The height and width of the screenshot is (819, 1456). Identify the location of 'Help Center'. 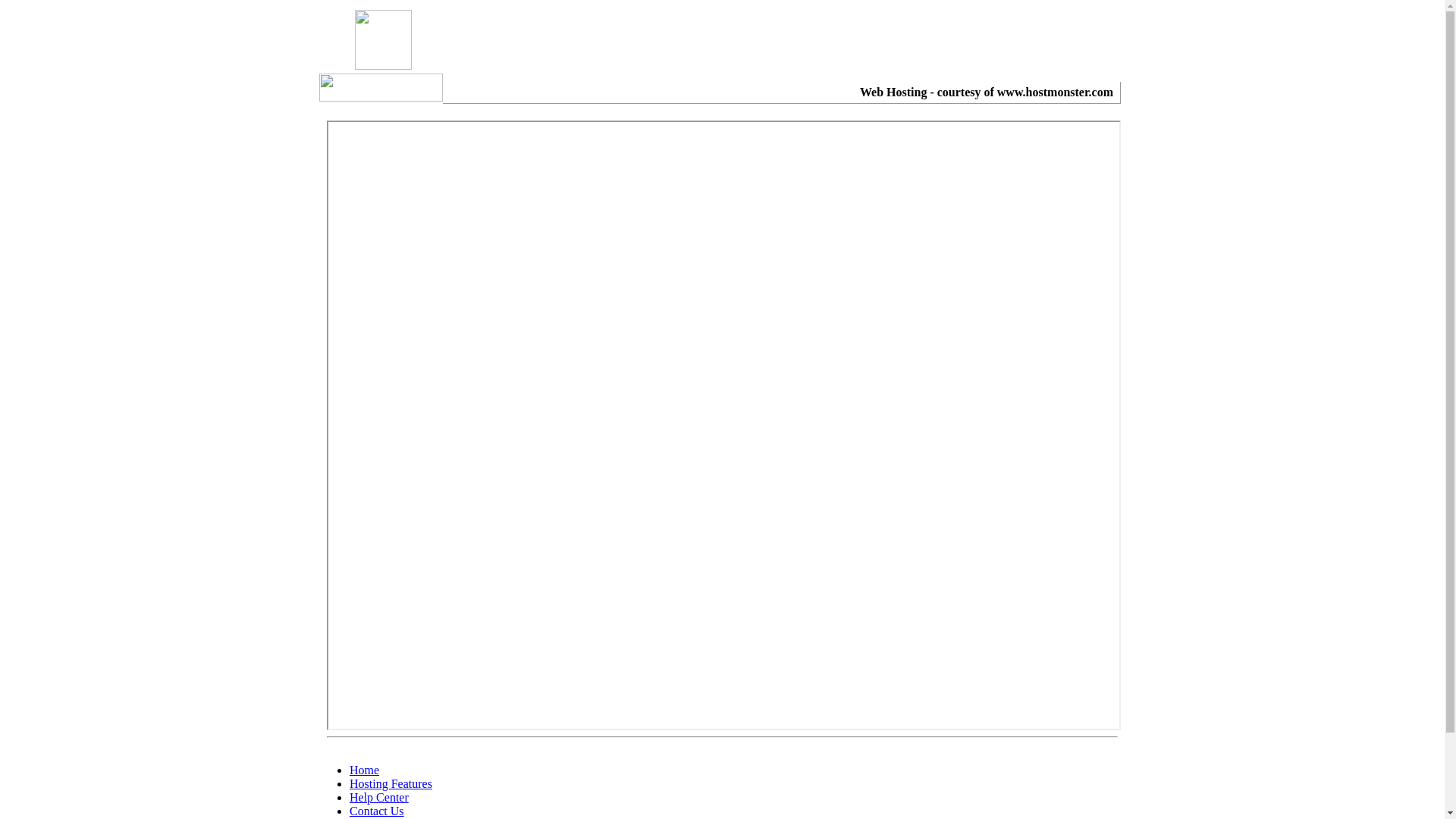
(378, 796).